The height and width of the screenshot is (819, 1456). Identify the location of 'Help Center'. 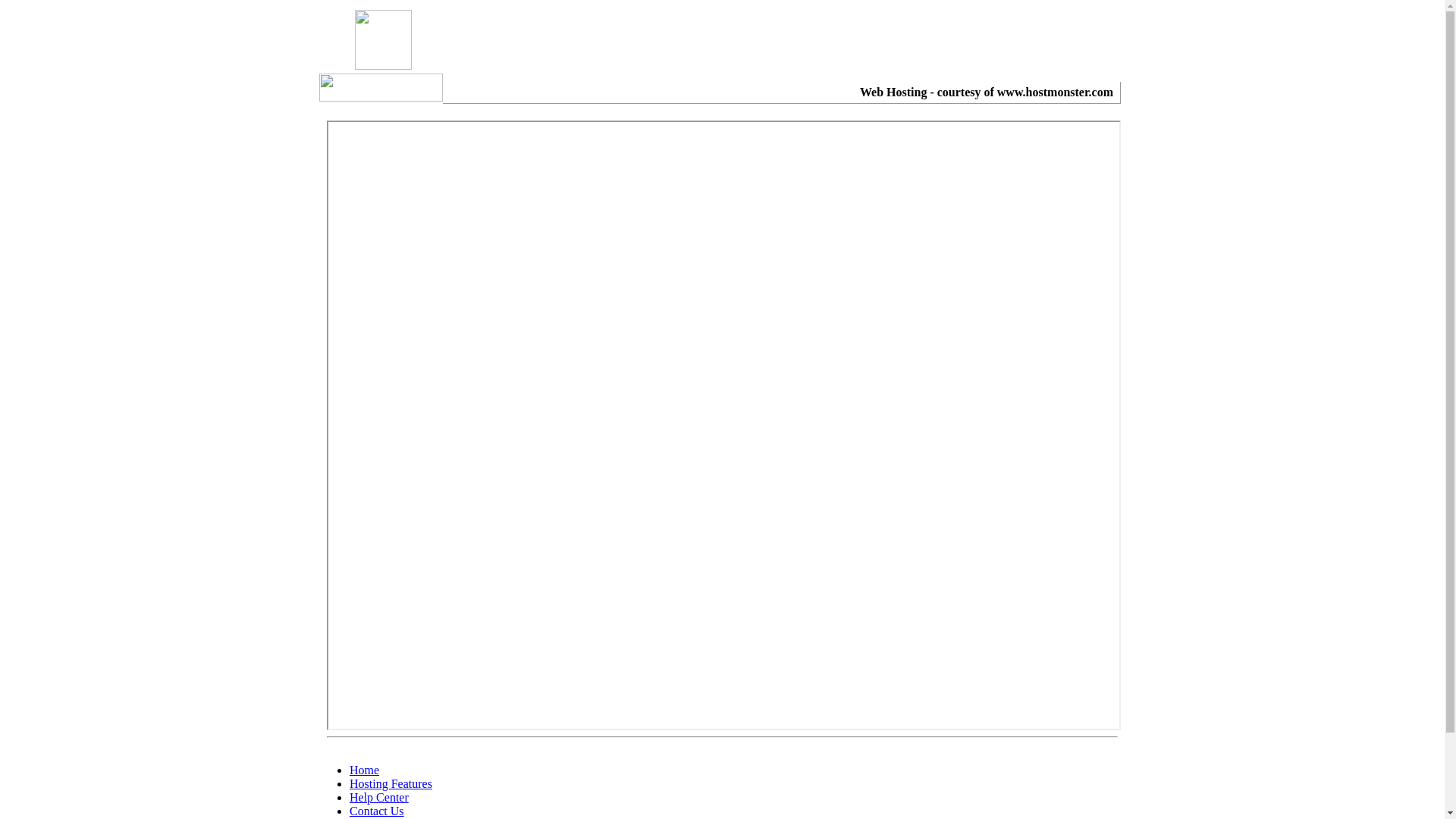
(378, 796).